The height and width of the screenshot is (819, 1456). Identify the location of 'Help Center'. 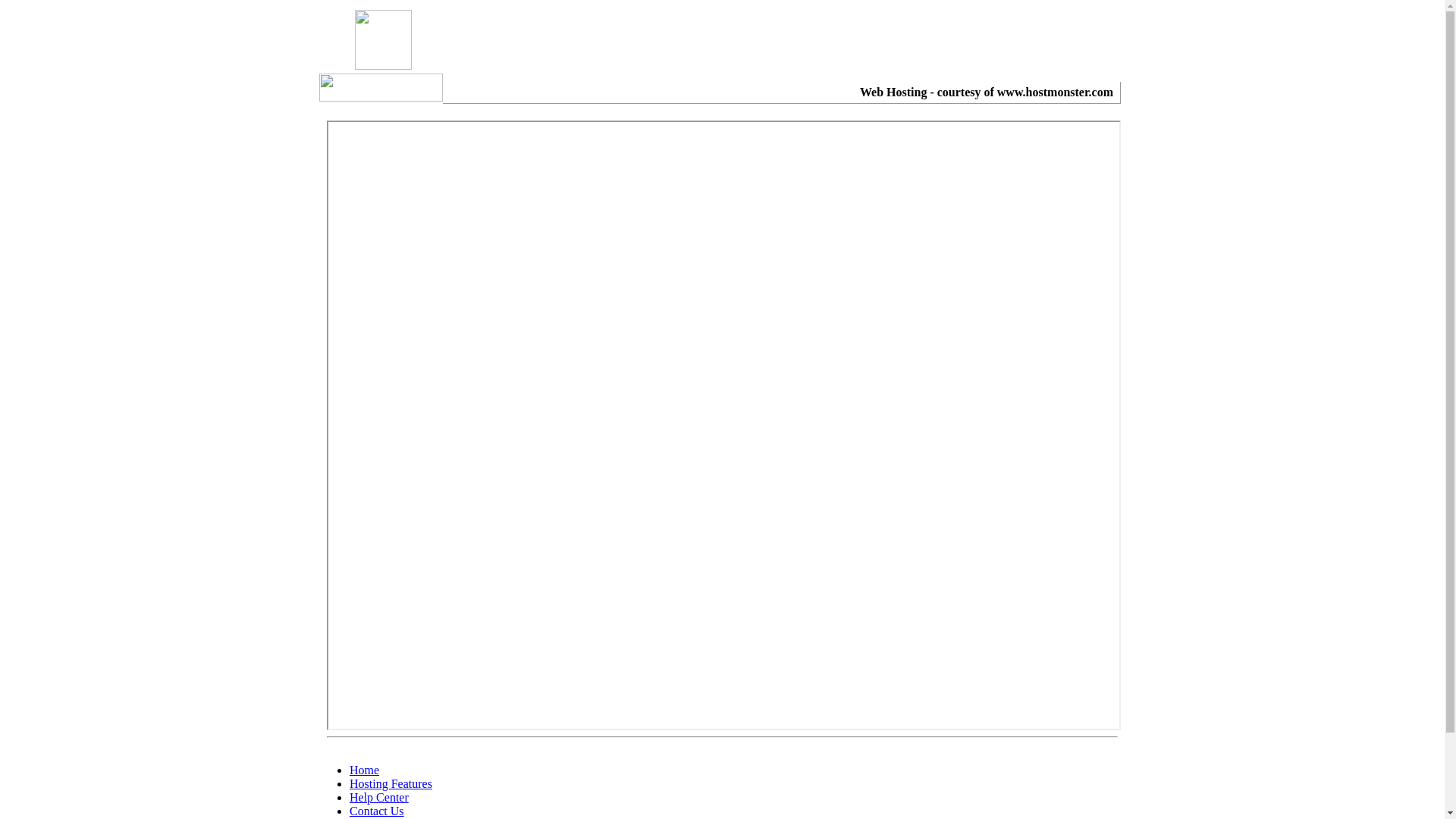
(378, 796).